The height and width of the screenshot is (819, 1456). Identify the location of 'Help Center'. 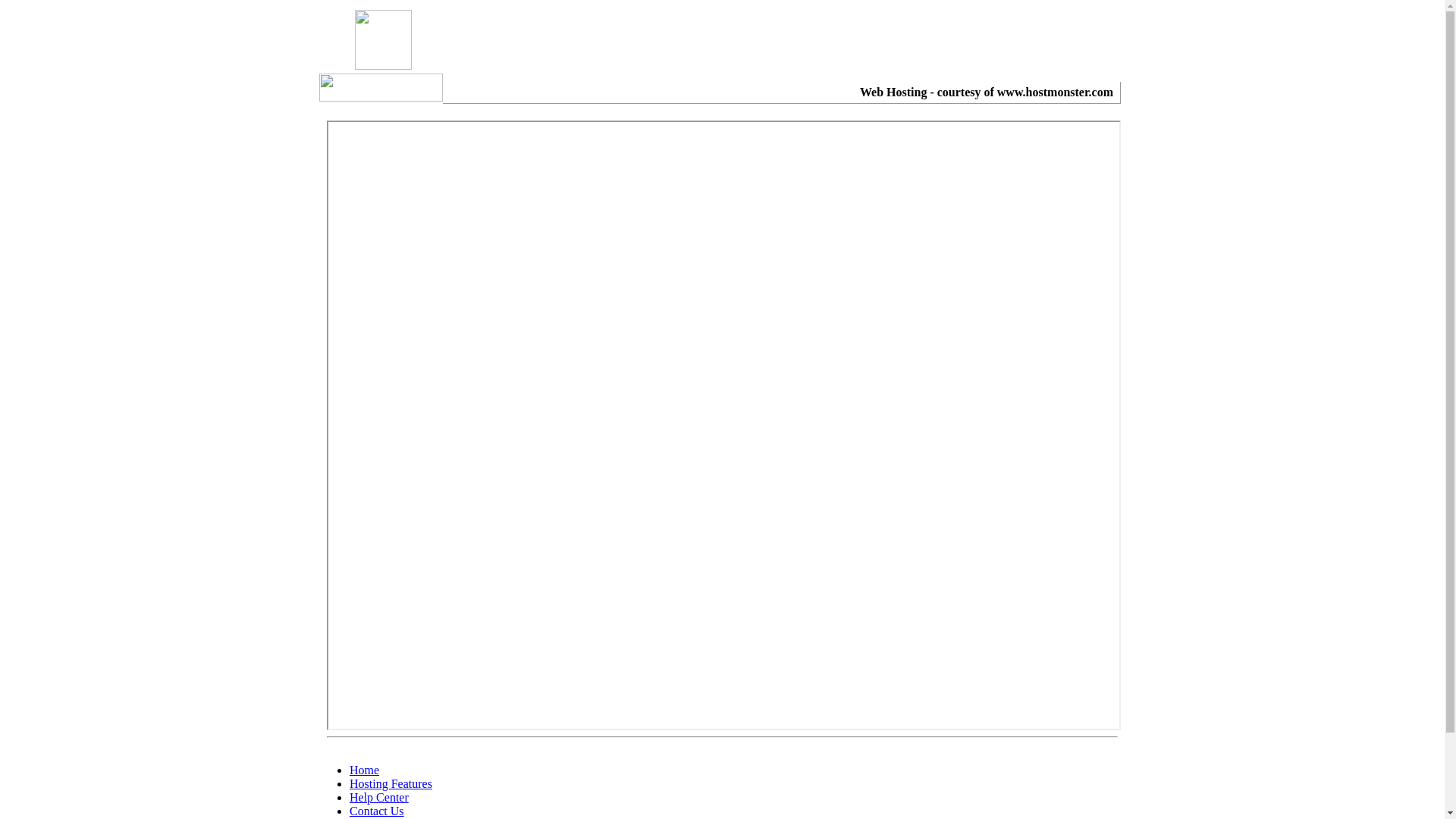
(378, 796).